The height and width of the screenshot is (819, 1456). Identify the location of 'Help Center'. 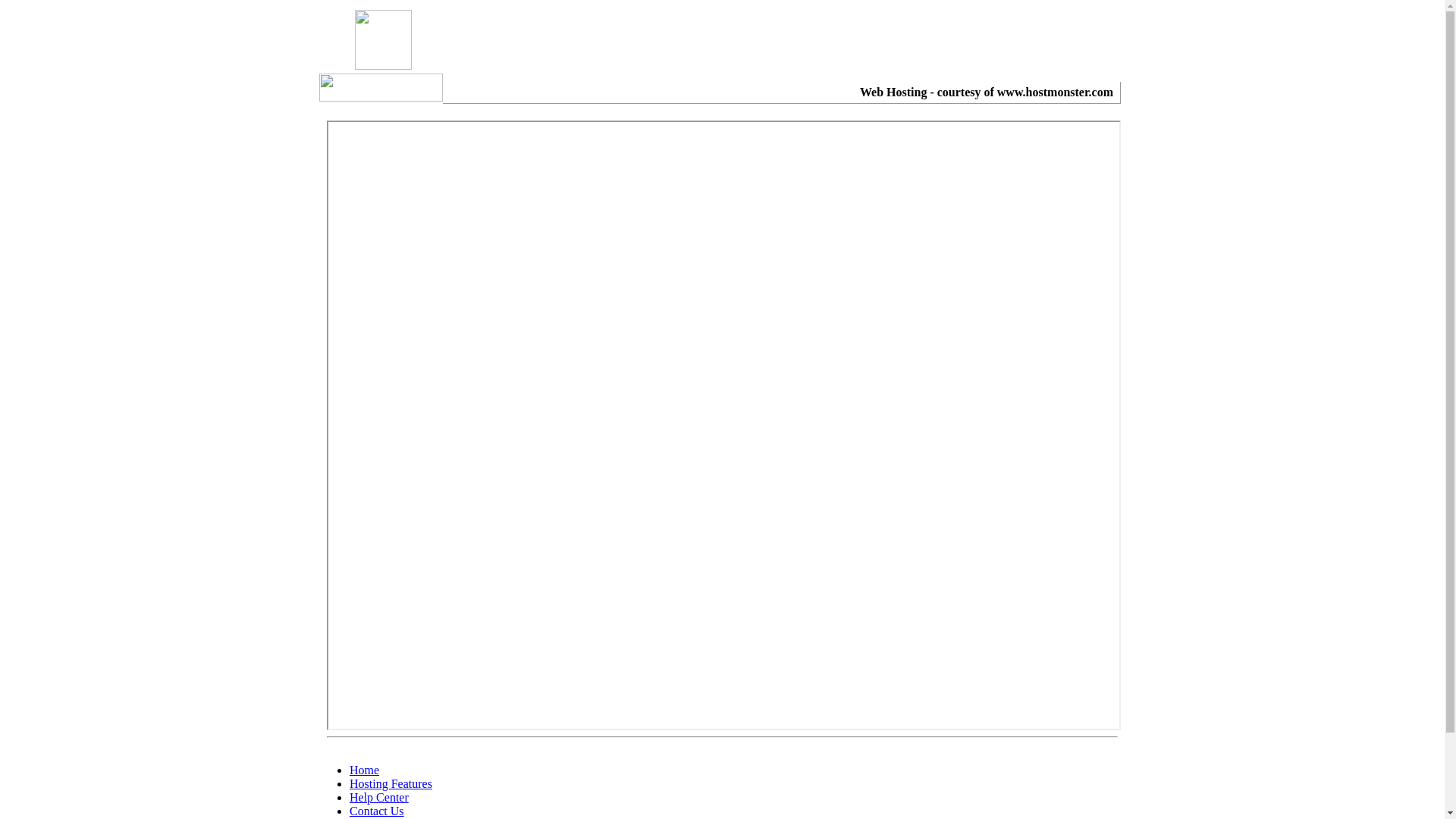
(378, 796).